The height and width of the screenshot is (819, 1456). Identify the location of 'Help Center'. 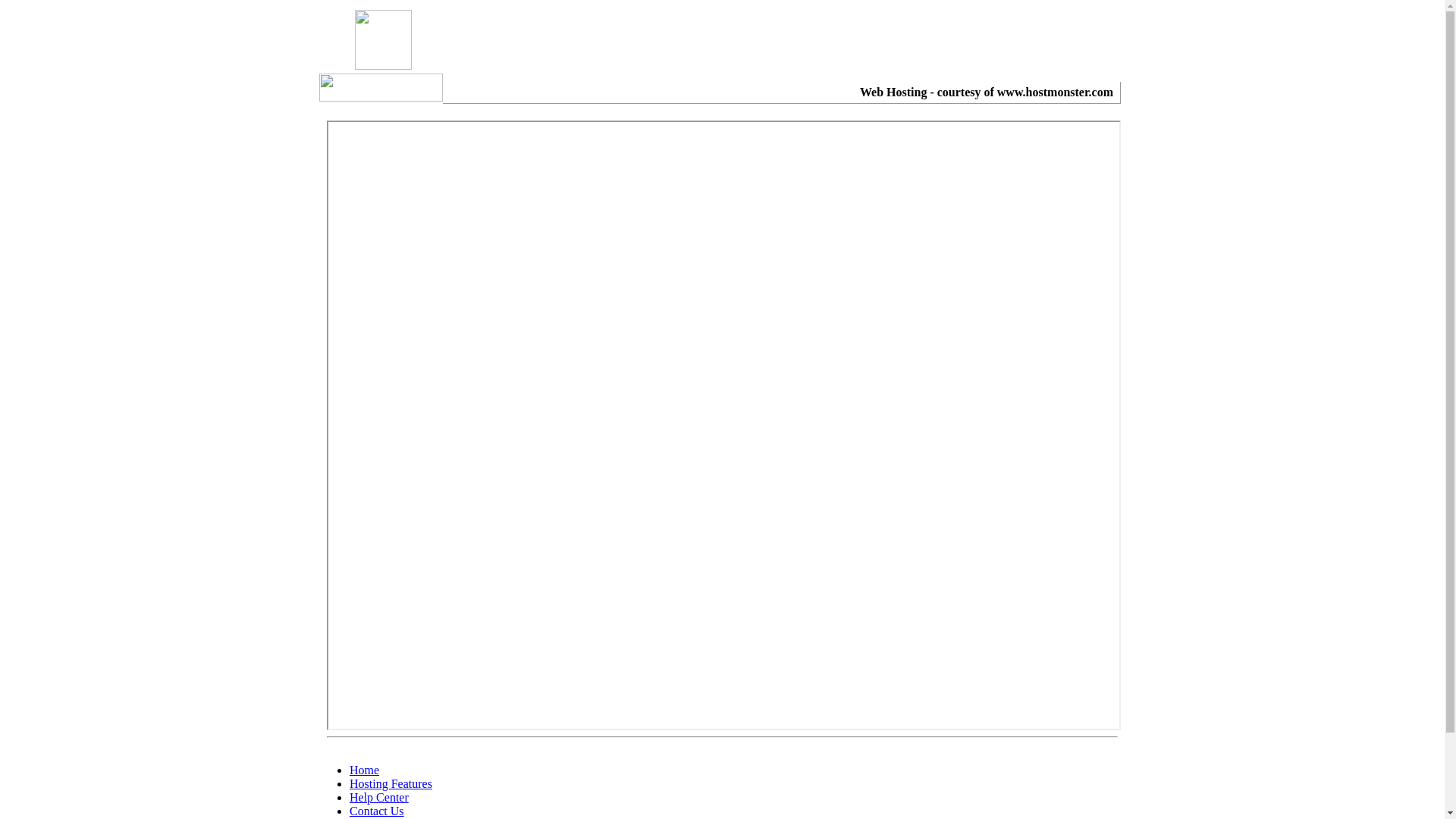
(378, 796).